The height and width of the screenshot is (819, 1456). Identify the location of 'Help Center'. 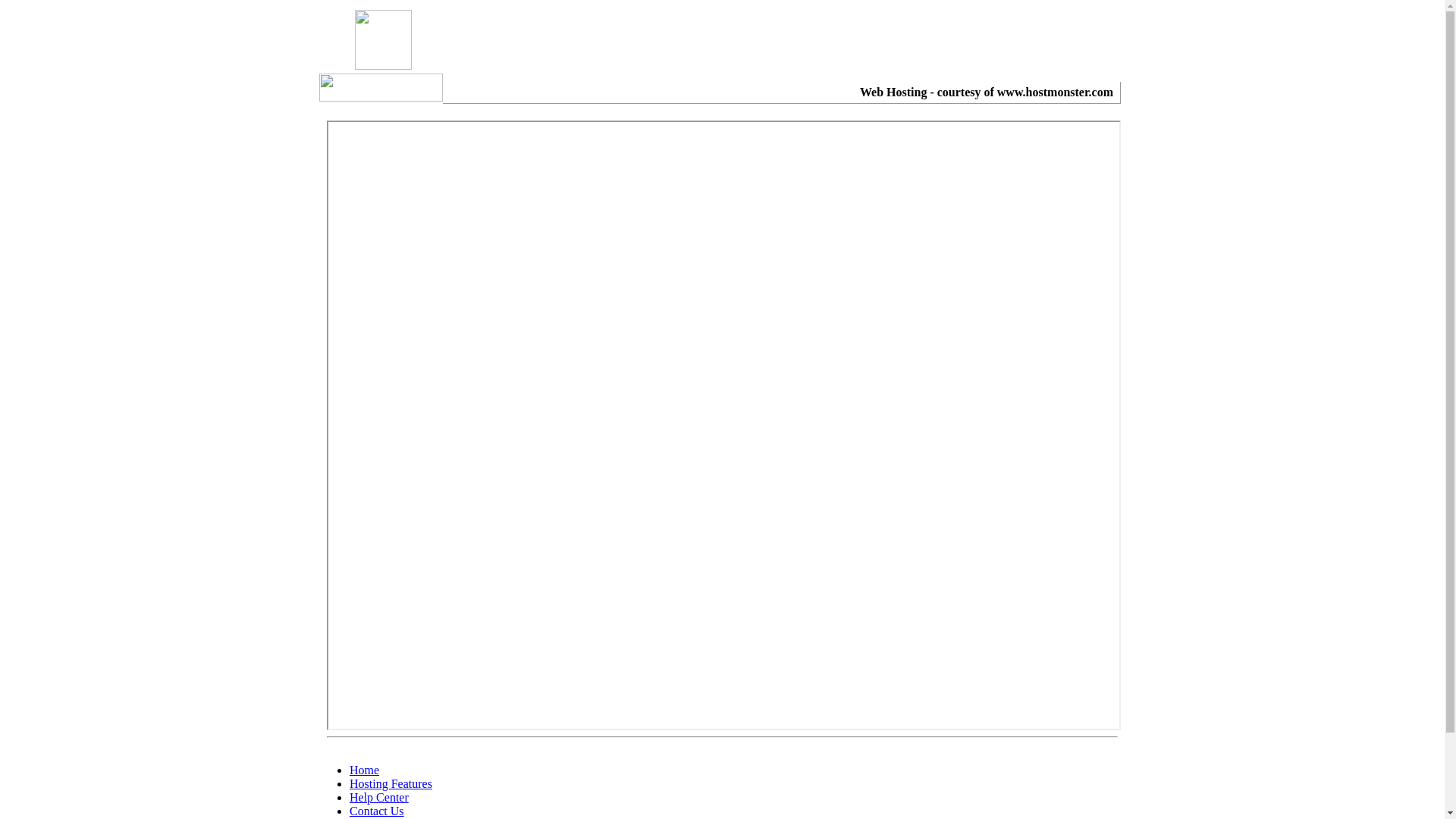
(378, 796).